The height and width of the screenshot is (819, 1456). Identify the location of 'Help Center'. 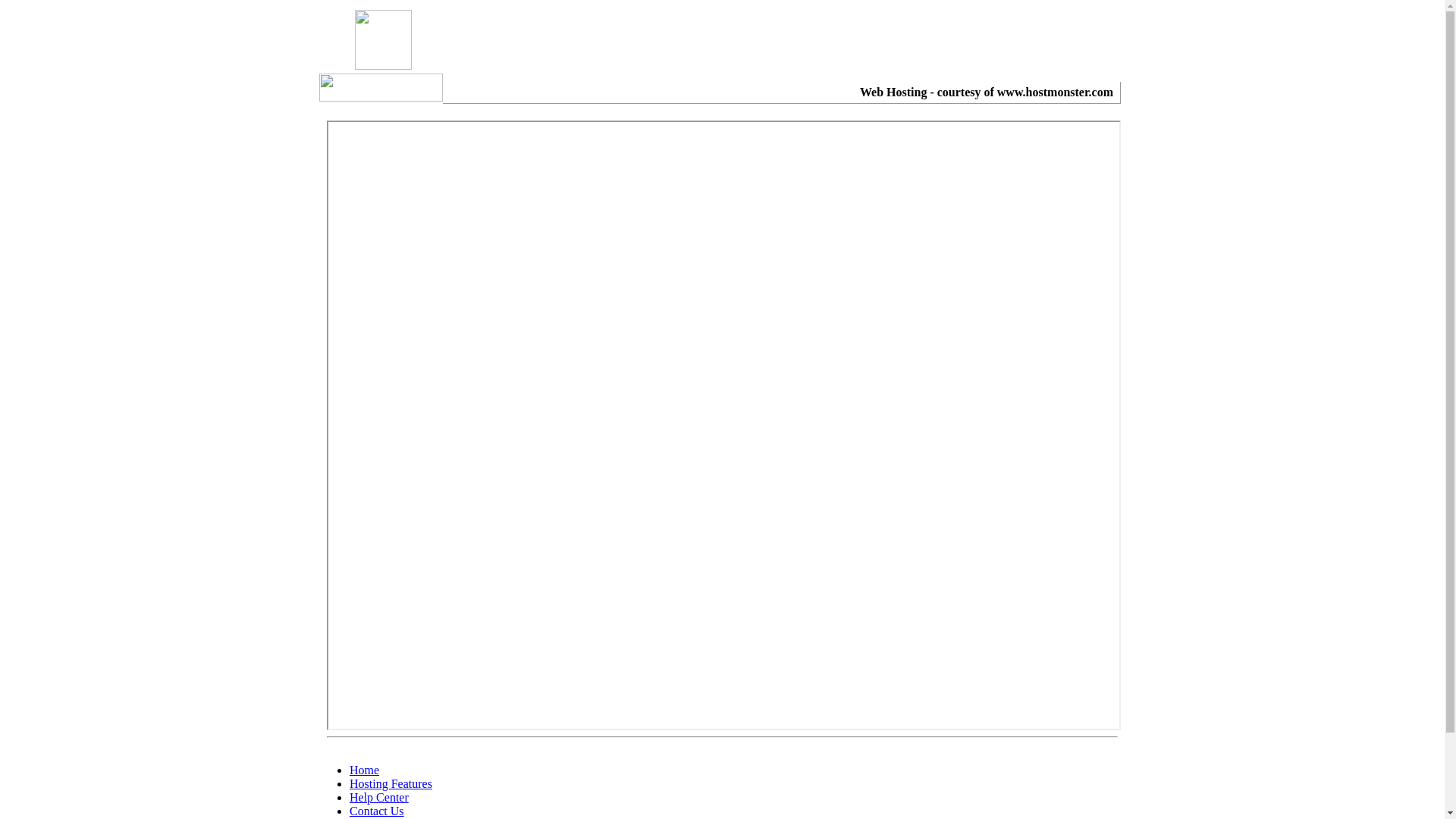
(378, 796).